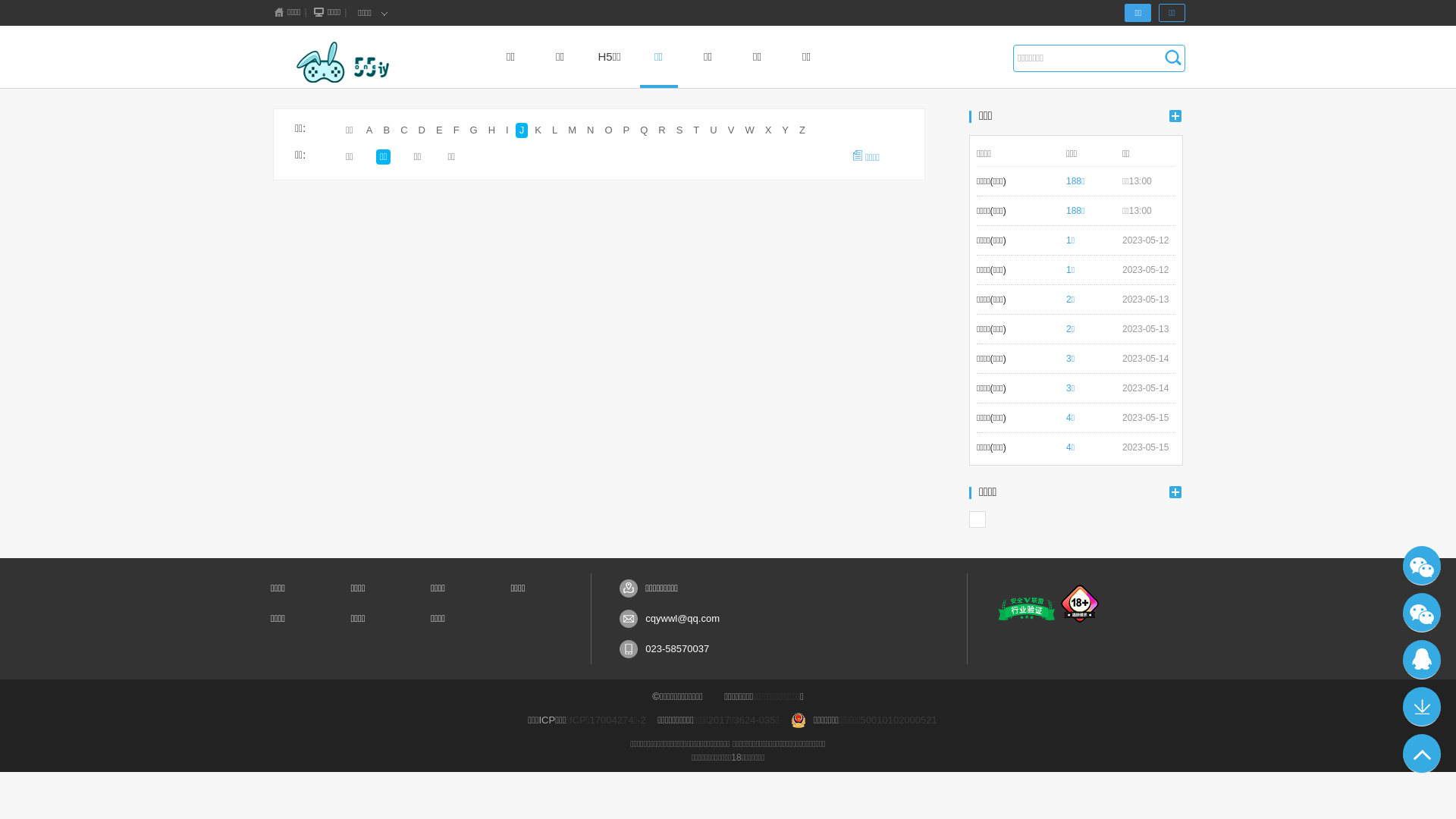 The width and height of the screenshot is (1456, 819). Describe the element at coordinates (589, 130) in the screenshot. I see `'N'` at that location.